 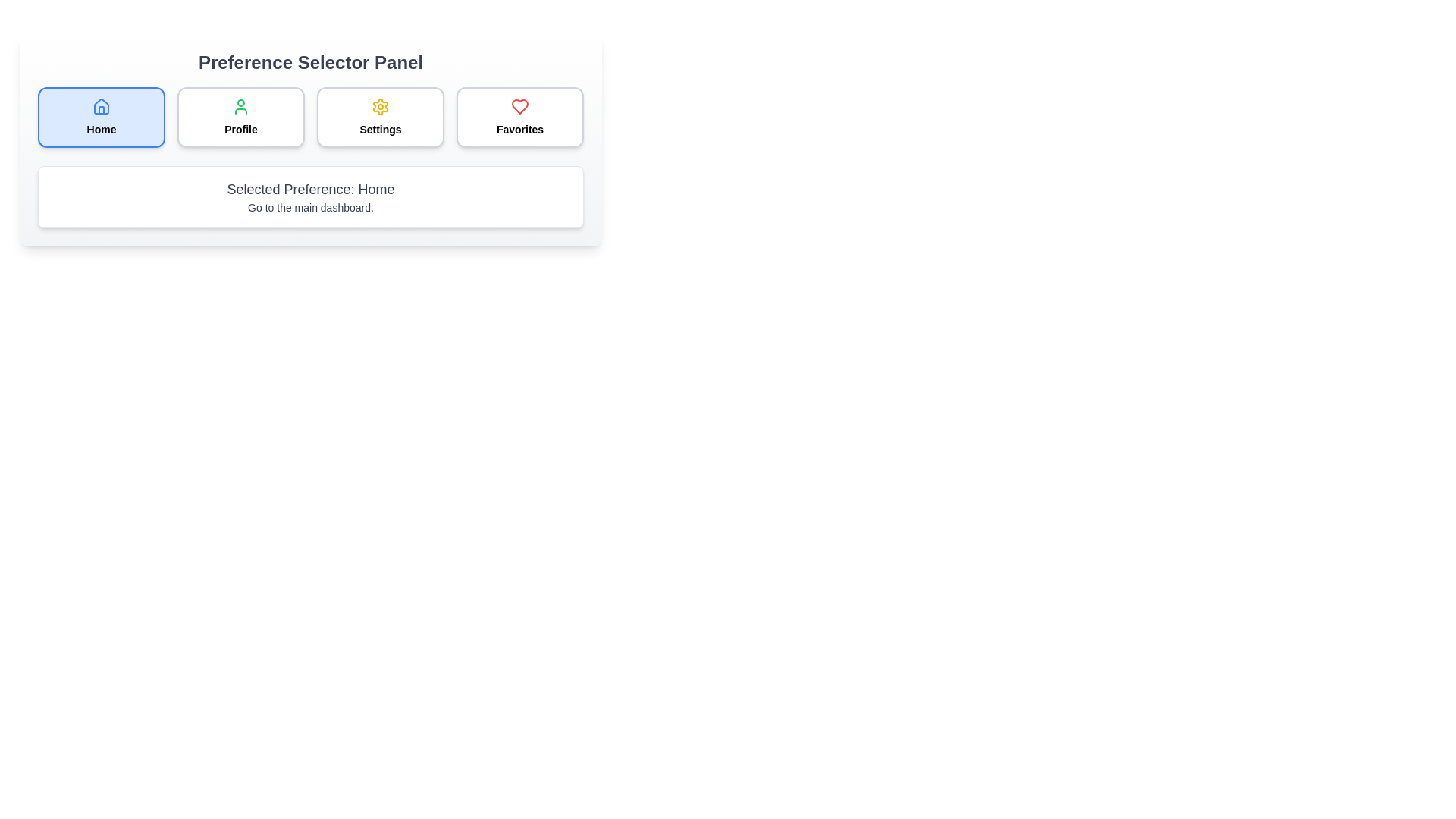 I want to click on the text label that says 'Go to the main dashboard.', which is styled with a smaller font size and located below the 'Selected Preference: Home' text inside a rounded rectangle box, so click(x=309, y=207).